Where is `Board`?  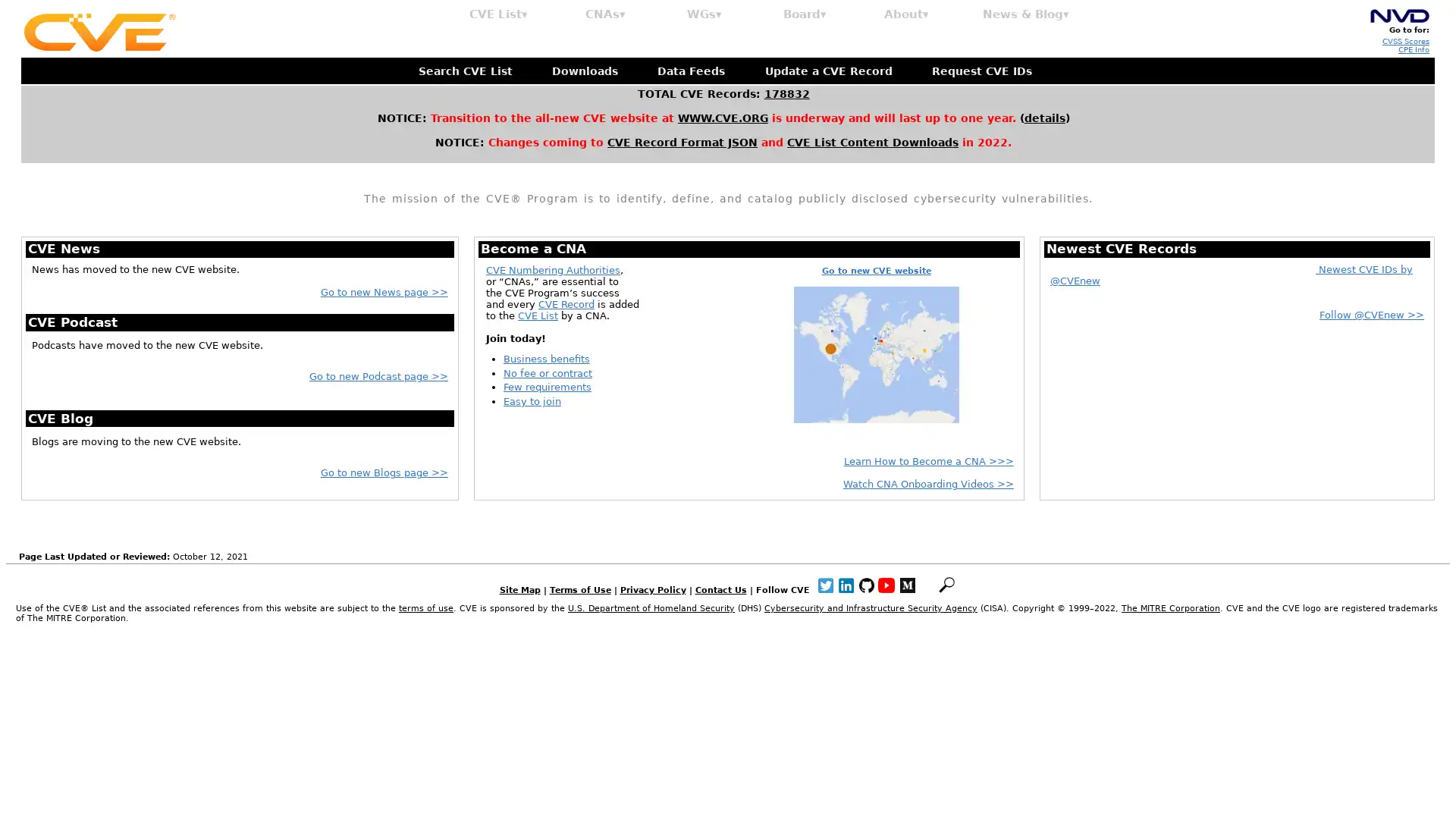
Board is located at coordinates (804, 14).